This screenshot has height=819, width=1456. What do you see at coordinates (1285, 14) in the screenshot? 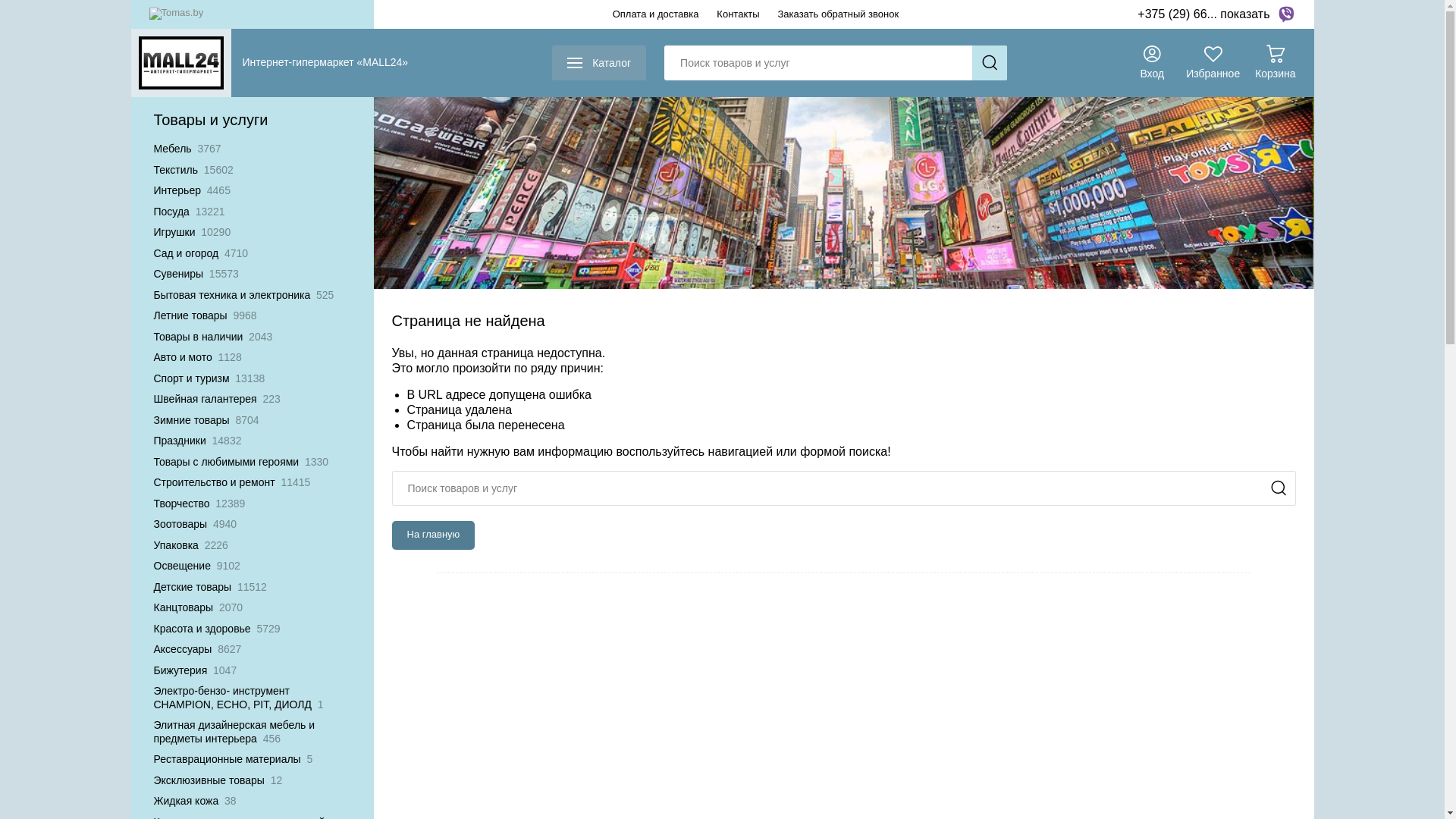
I see `'Viber'` at bounding box center [1285, 14].